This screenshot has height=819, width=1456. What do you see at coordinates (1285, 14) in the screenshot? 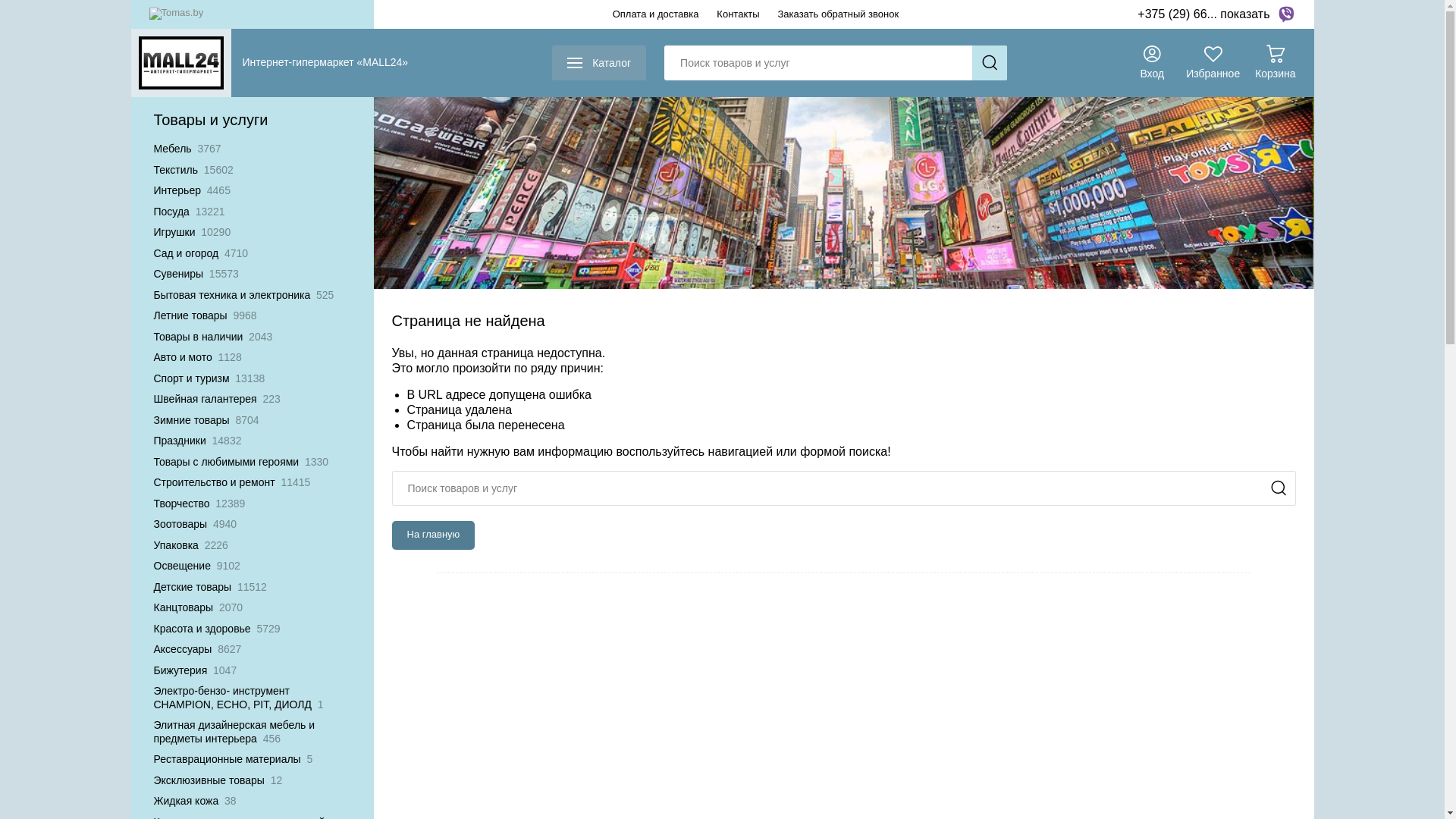
I see `'Viber'` at bounding box center [1285, 14].